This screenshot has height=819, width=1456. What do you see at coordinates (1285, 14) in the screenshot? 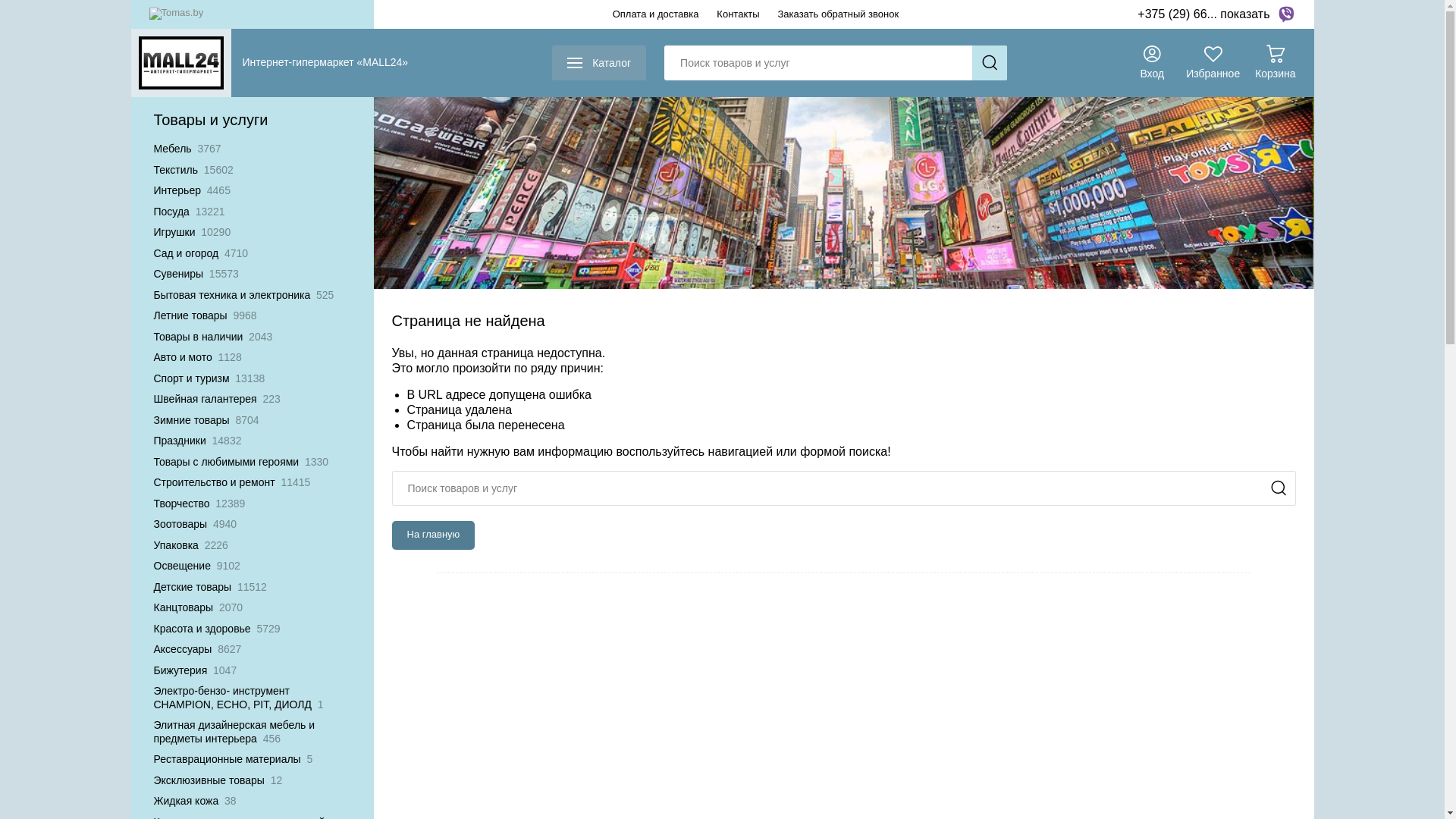
I see `'Viber'` at bounding box center [1285, 14].